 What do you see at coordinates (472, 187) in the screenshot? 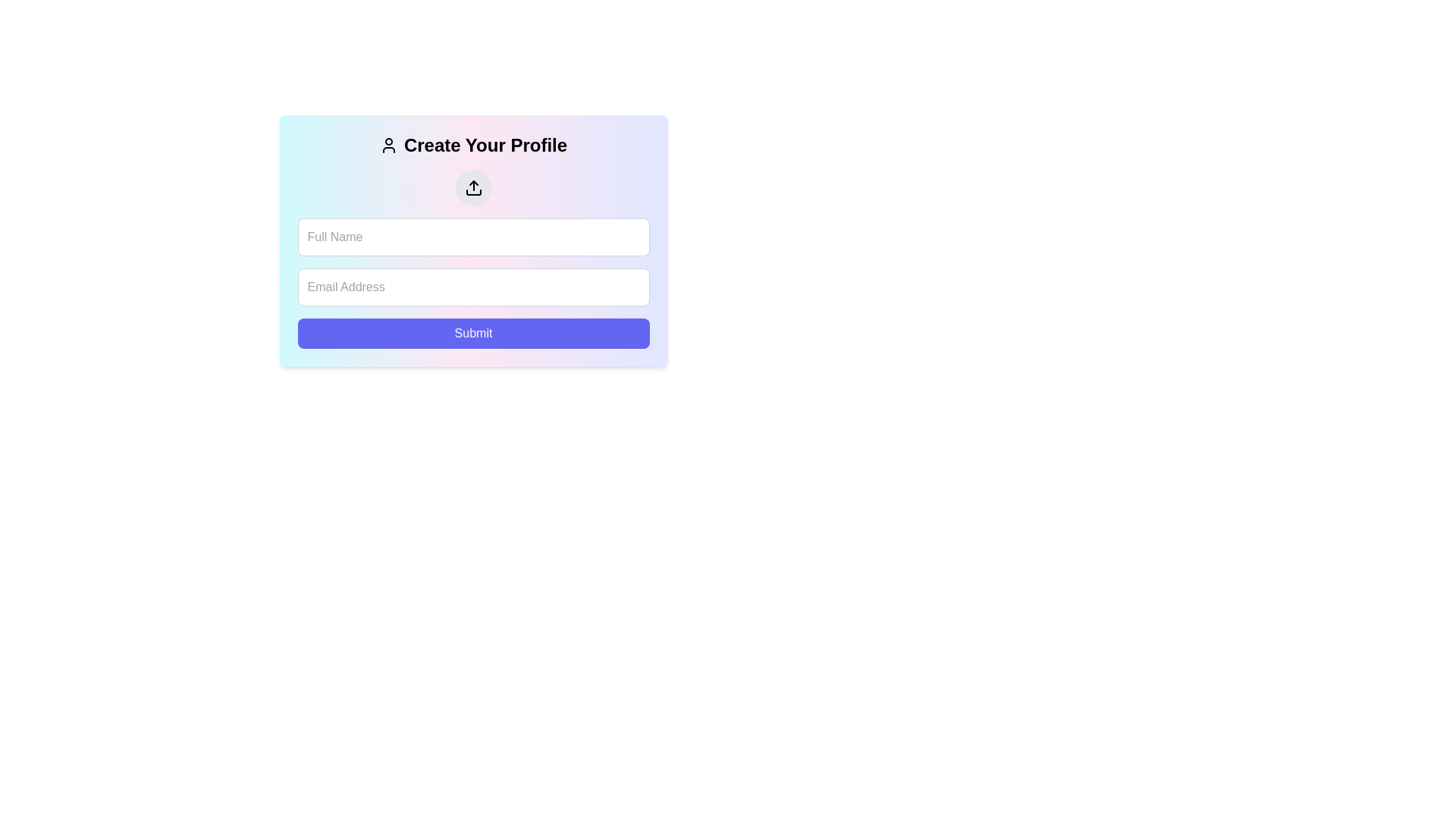
I see `the upload button located above the 'Full Name' input field and below the 'Create Your Profile' header to initiate an upload action` at bounding box center [472, 187].